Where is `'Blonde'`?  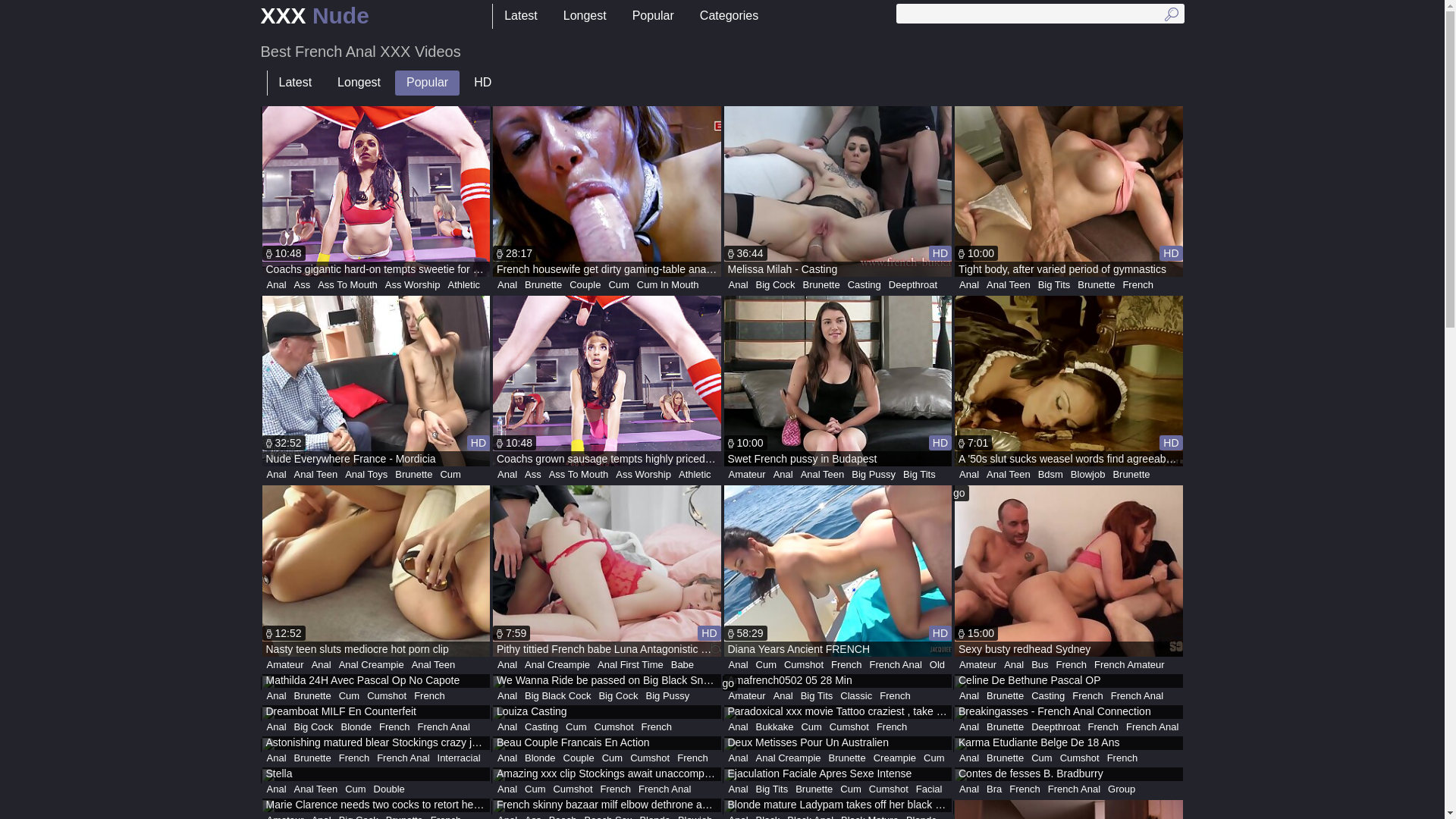 'Blonde' is located at coordinates (356, 726).